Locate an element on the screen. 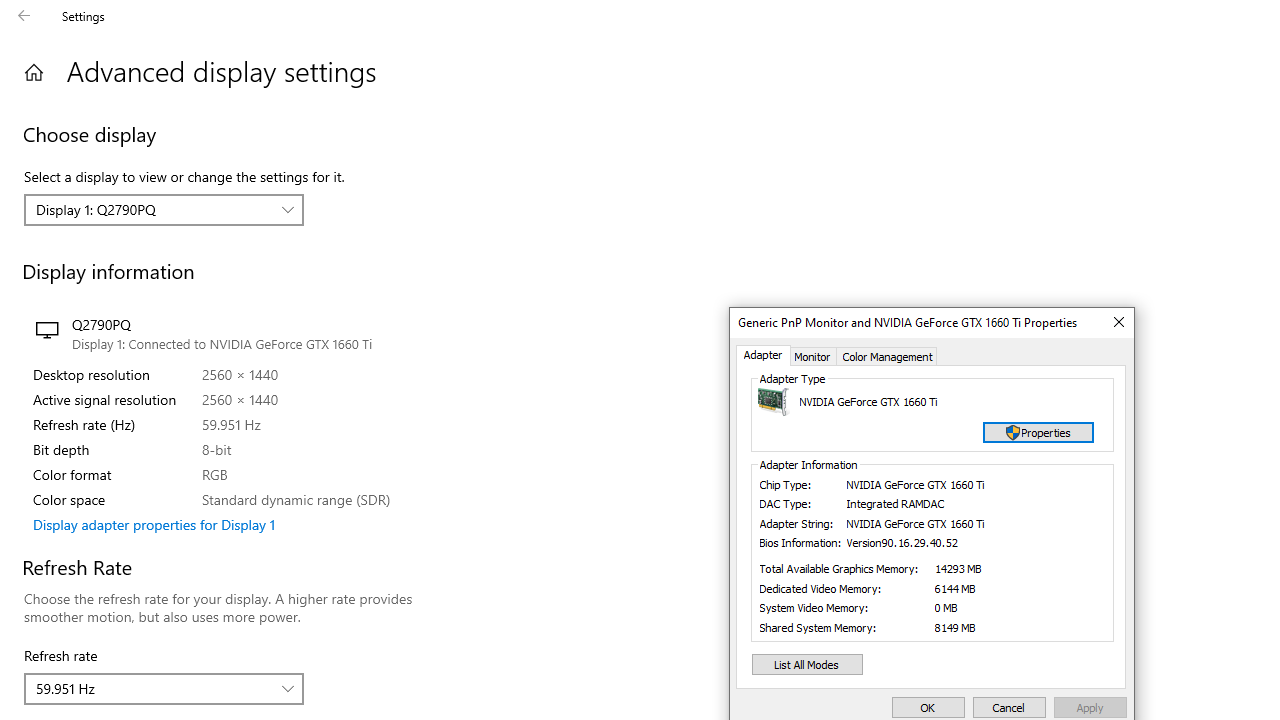  'Adapter' is located at coordinates (762, 355).